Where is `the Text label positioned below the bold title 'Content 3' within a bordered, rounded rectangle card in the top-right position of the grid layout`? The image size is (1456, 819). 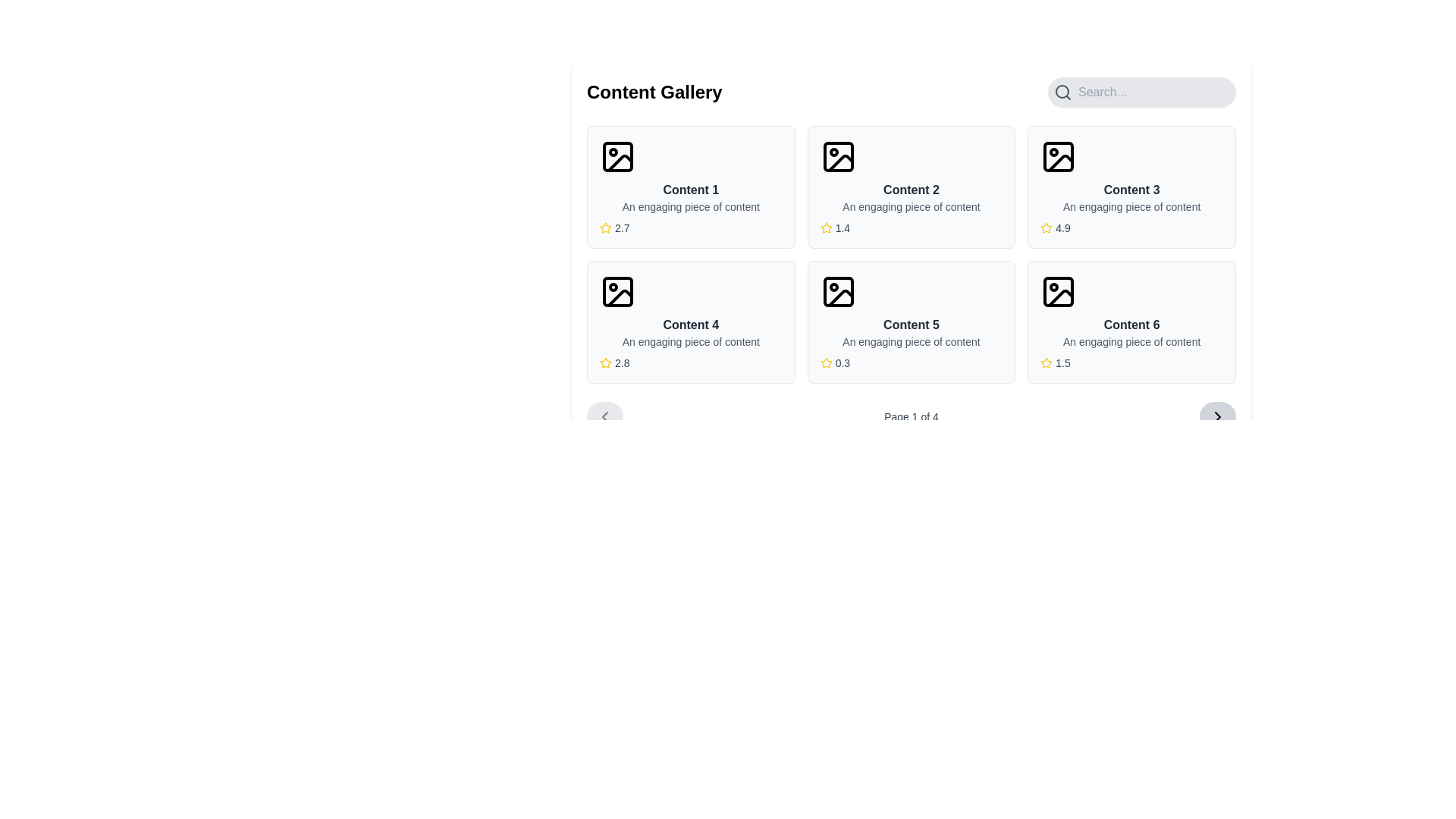
the Text label positioned below the bold title 'Content 3' within a bordered, rounded rectangle card in the top-right position of the grid layout is located at coordinates (1131, 207).